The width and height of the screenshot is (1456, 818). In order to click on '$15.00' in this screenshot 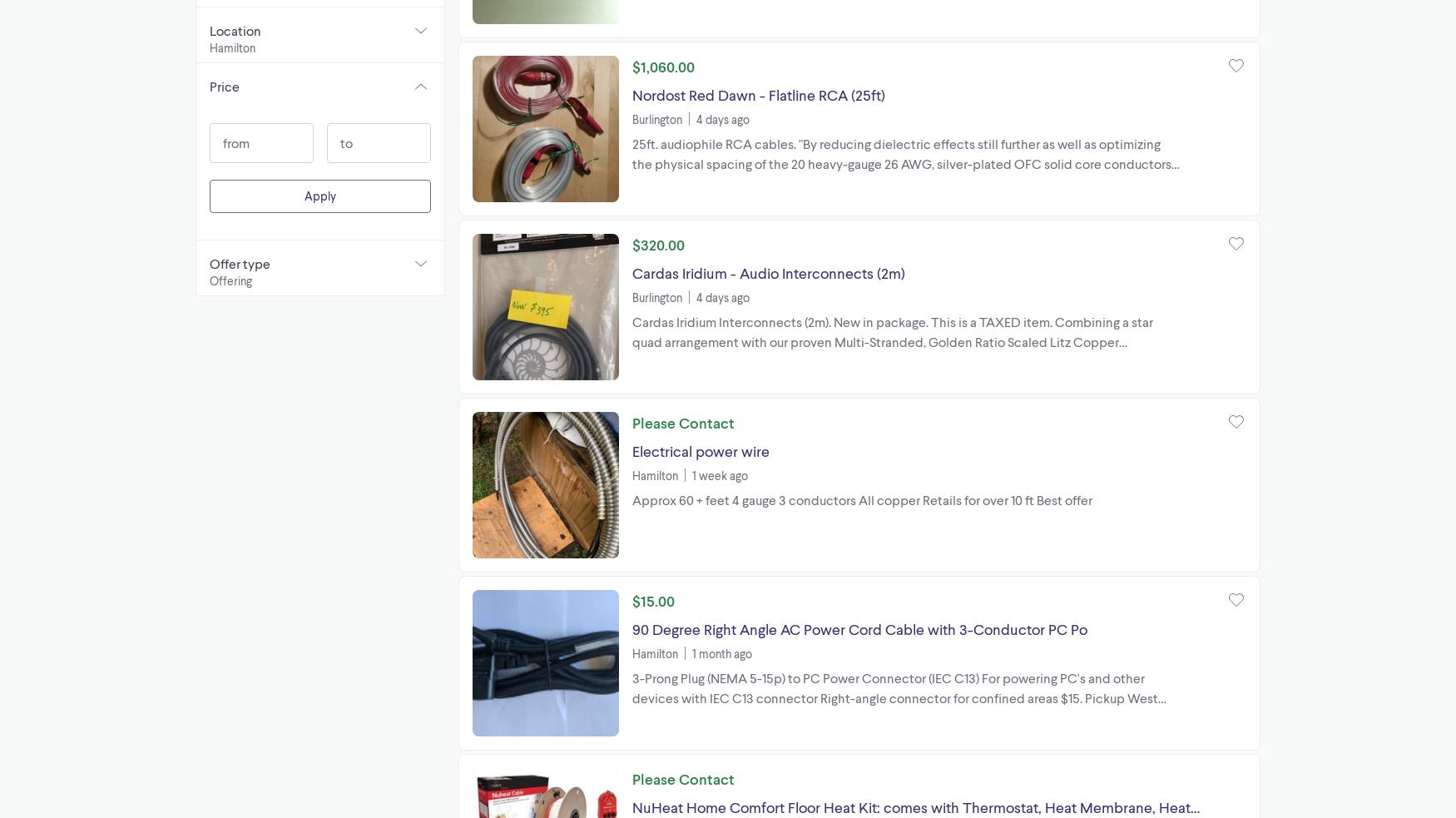, I will do `click(652, 600)`.